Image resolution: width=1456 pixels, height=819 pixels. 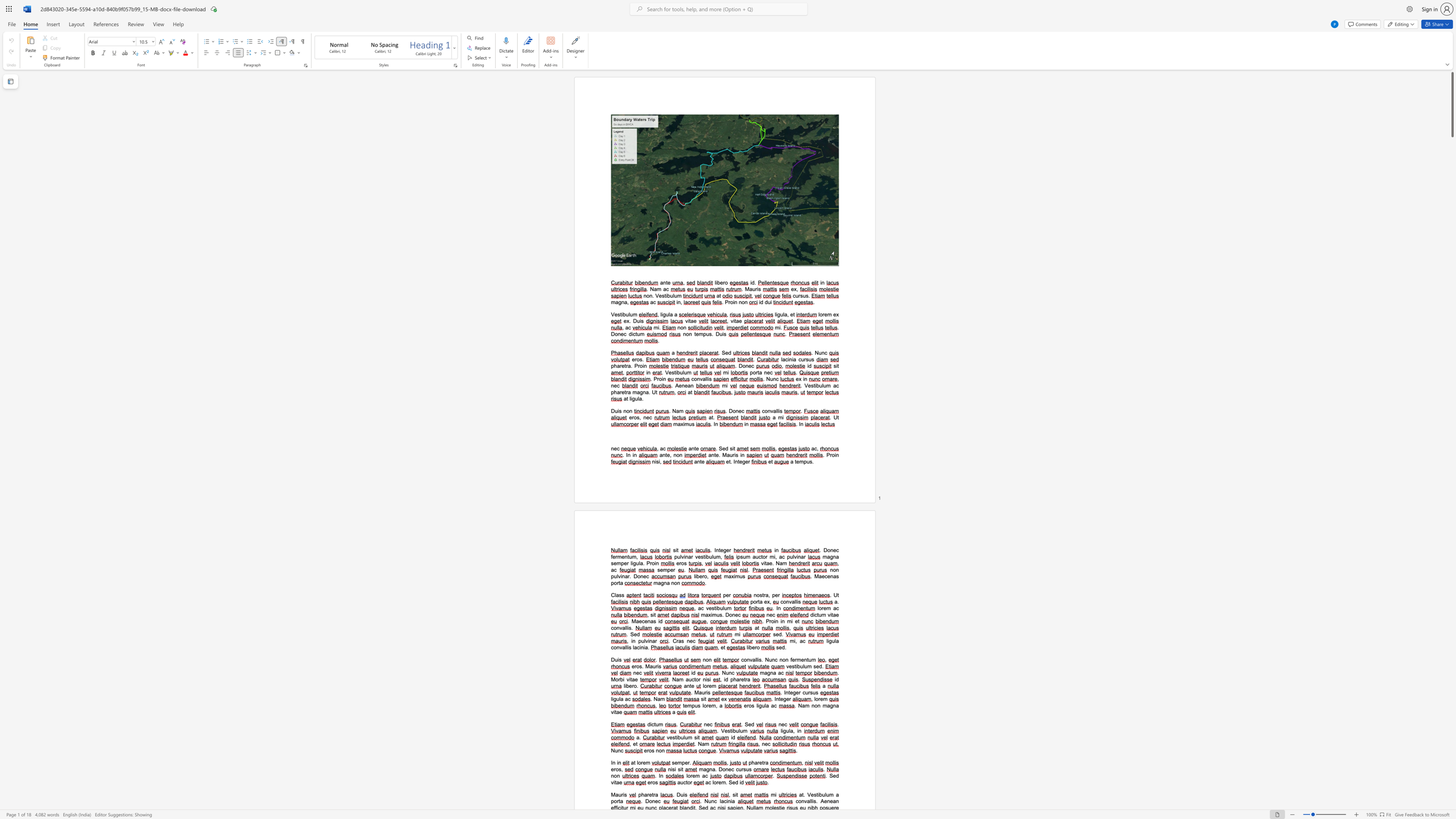 I want to click on the space between the continuous character "n" and "t" in the text, so click(x=778, y=698).